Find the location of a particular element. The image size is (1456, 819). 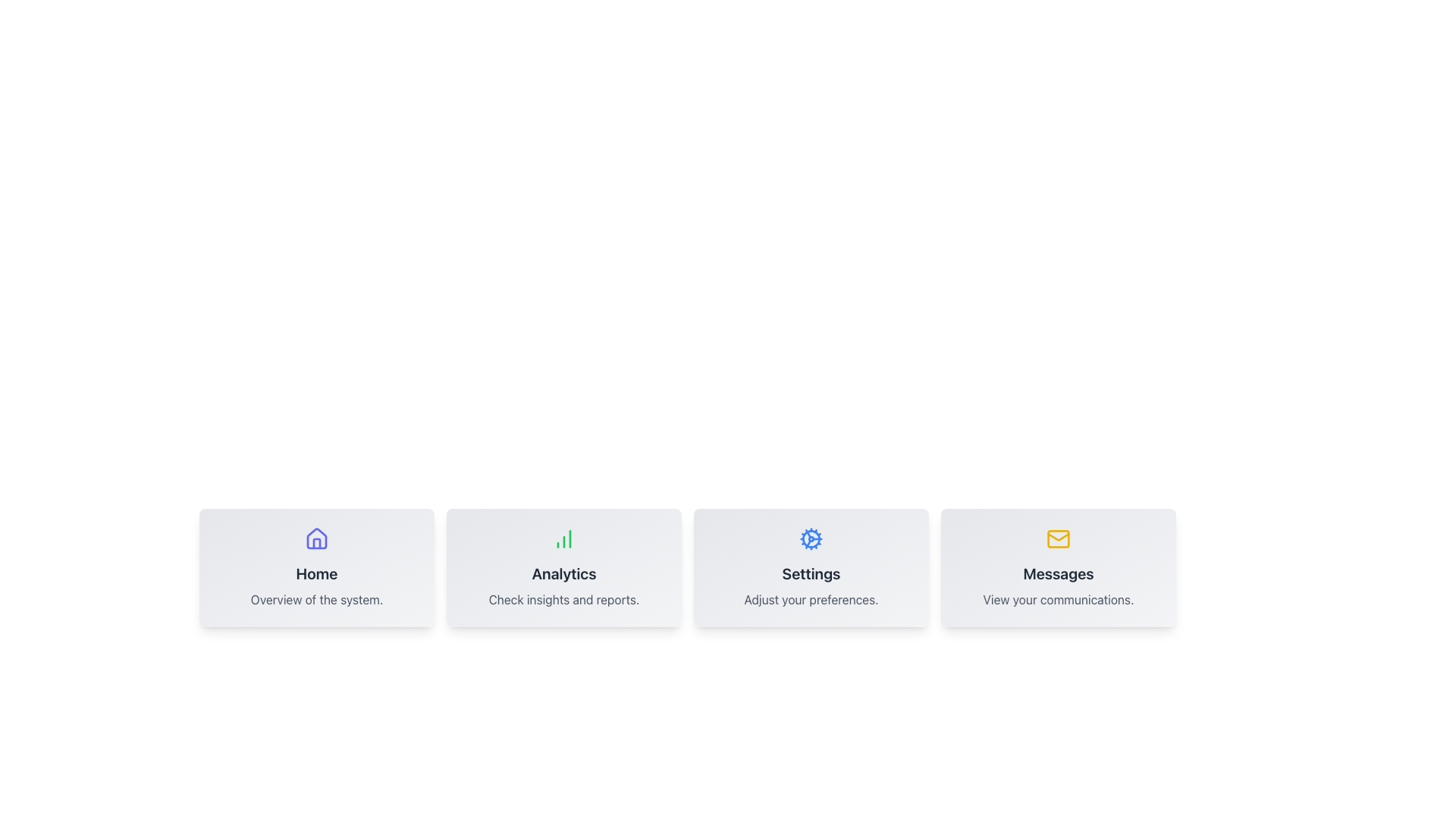

the 'Settings' icon located in the third panel of the horizontal layout is located at coordinates (811, 538).